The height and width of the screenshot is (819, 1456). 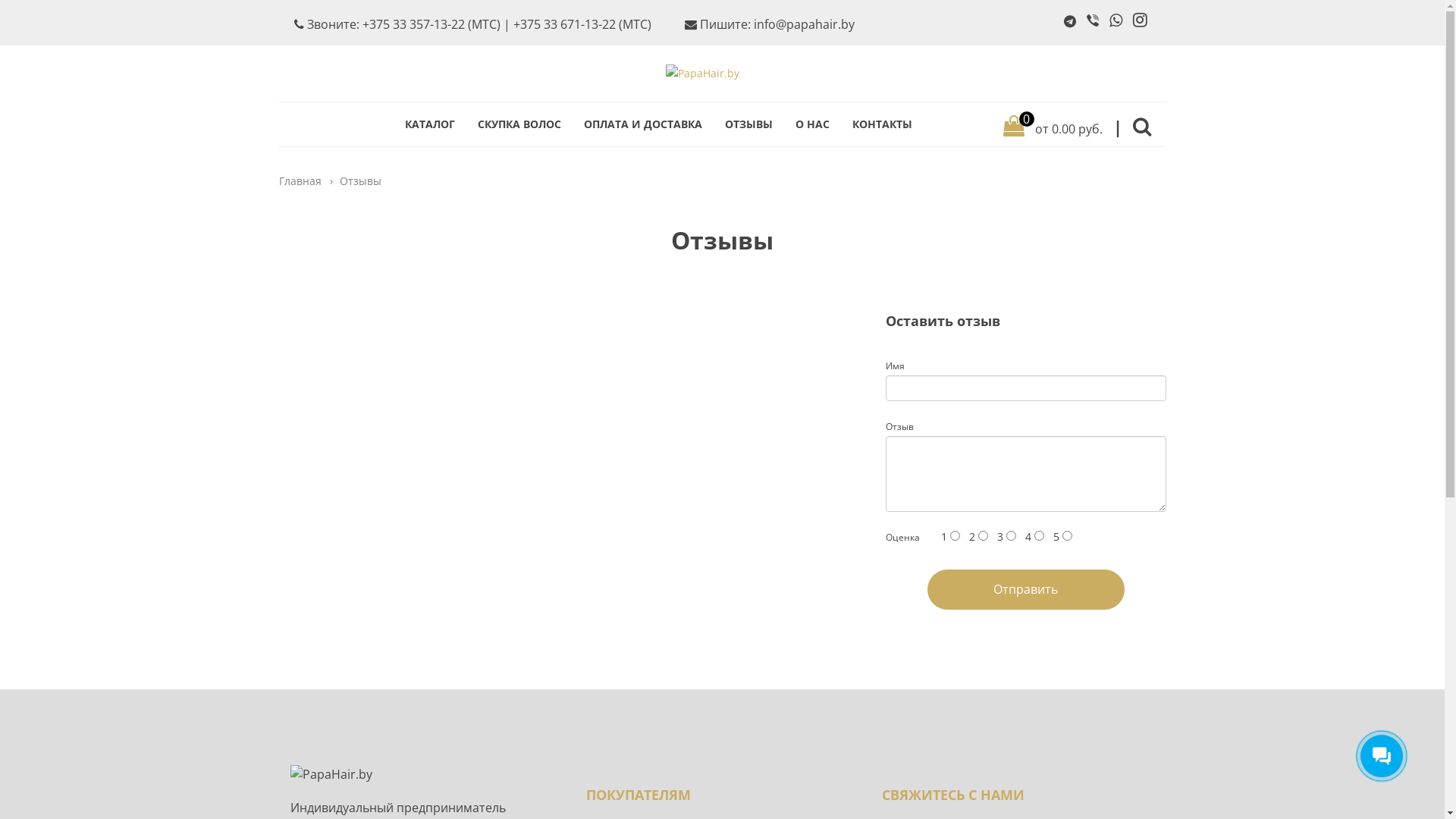 What do you see at coordinates (1115, 20) in the screenshot?
I see `'WhatsApp'` at bounding box center [1115, 20].